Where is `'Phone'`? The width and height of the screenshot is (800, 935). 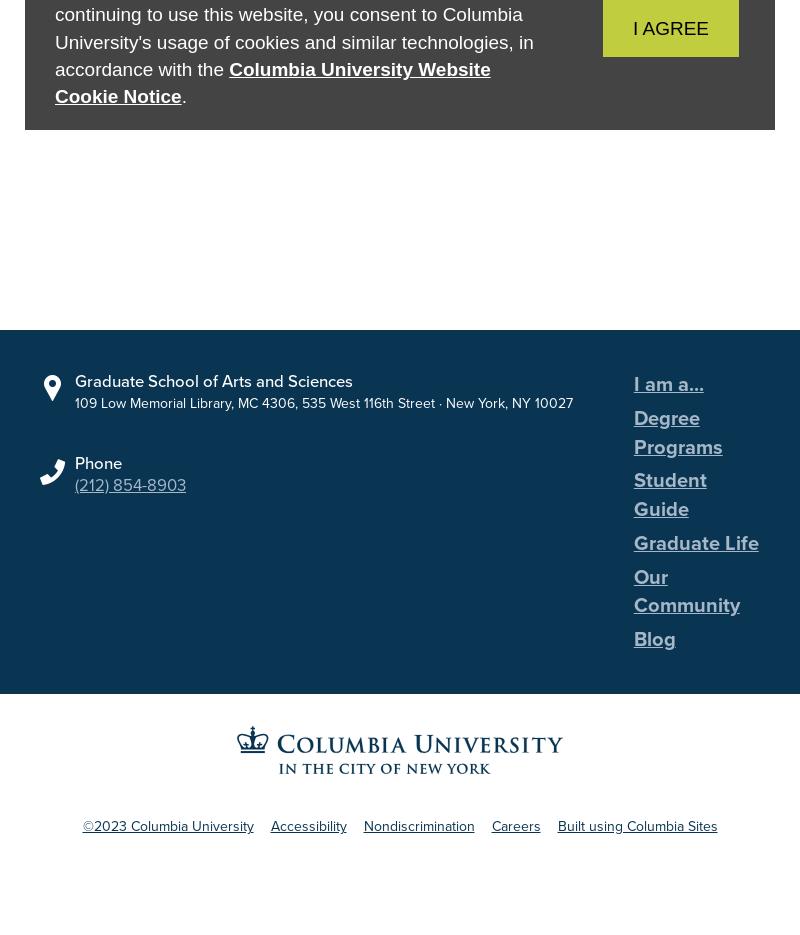 'Phone' is located at coordinates (98, 461).